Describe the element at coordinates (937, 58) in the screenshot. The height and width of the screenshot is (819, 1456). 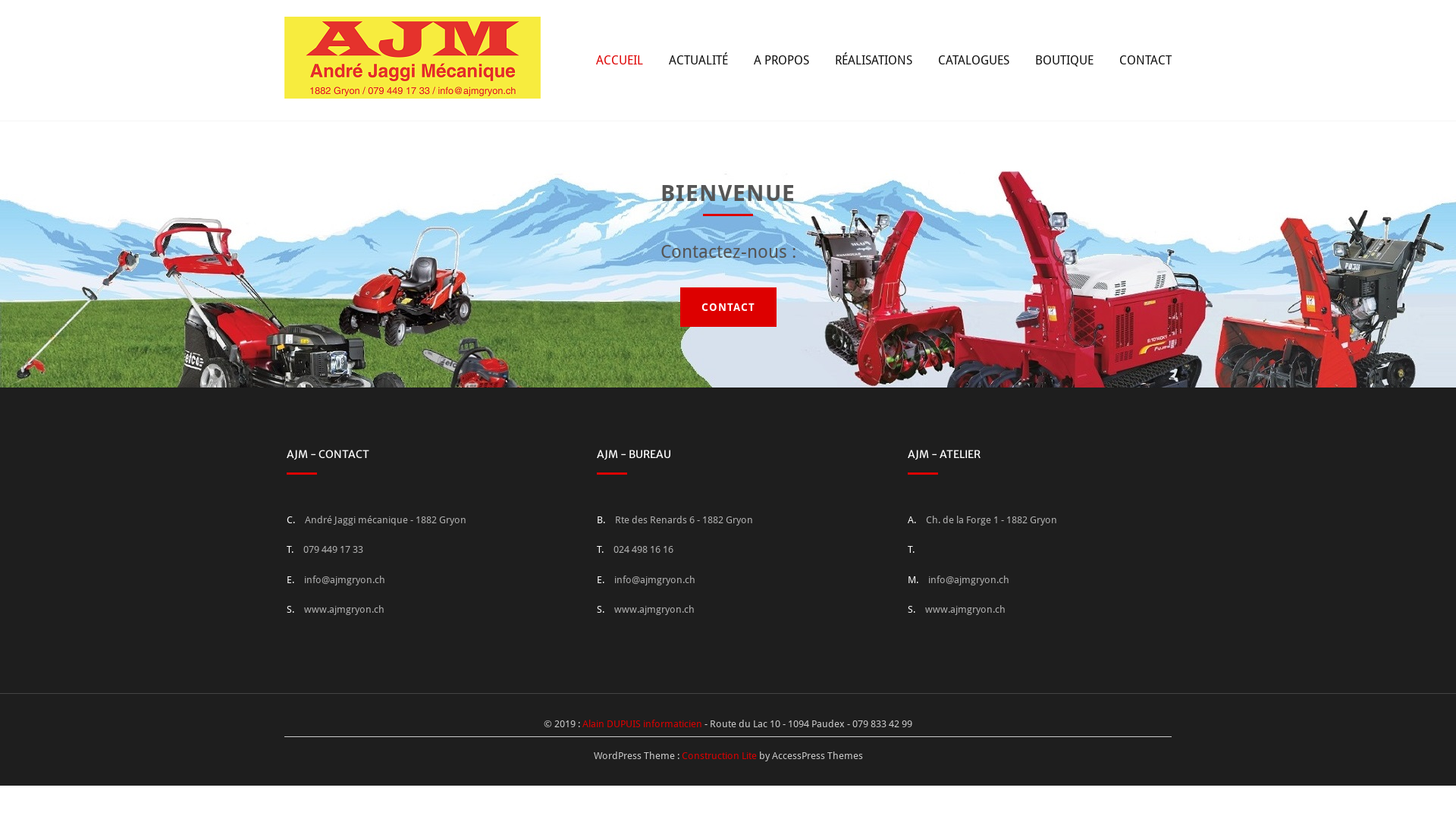
I see `'CATALOGUES'` at that location.